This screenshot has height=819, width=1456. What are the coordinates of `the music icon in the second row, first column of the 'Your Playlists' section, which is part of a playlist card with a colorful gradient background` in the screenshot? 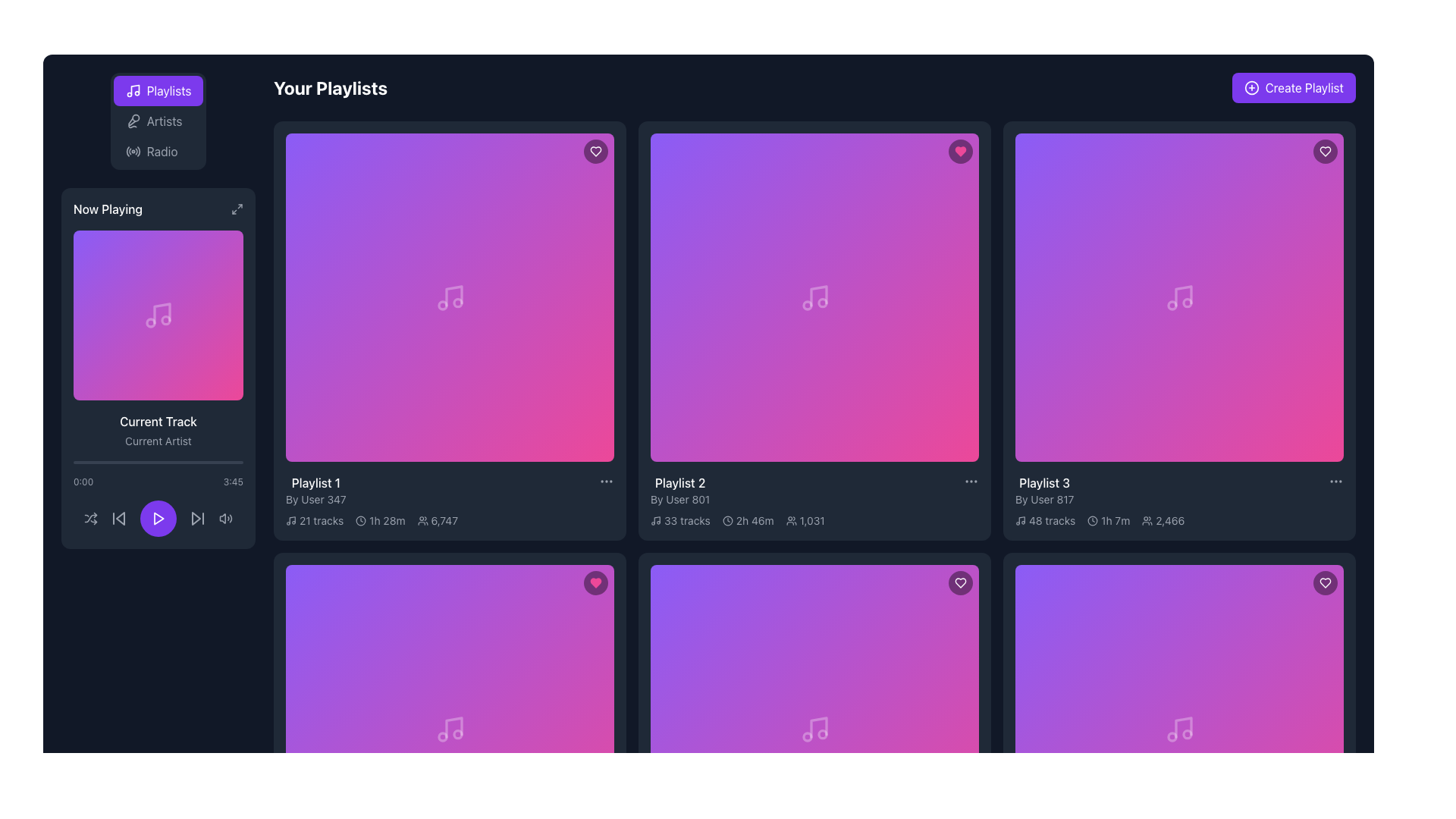 It's located at (814, 728).